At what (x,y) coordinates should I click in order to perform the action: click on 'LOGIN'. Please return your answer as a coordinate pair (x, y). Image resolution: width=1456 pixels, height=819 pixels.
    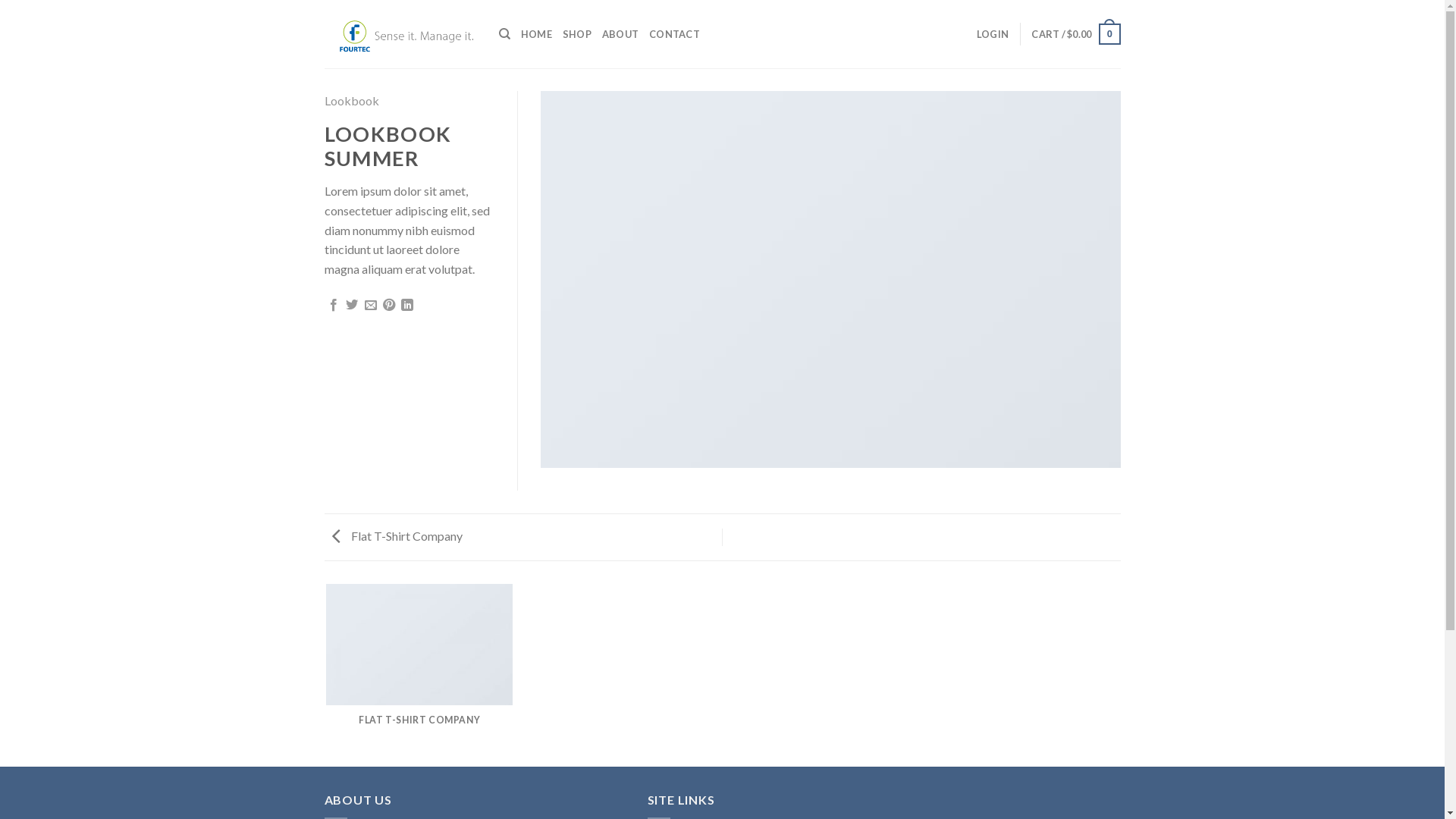
    Looking at the image, I should click on (993, 34).